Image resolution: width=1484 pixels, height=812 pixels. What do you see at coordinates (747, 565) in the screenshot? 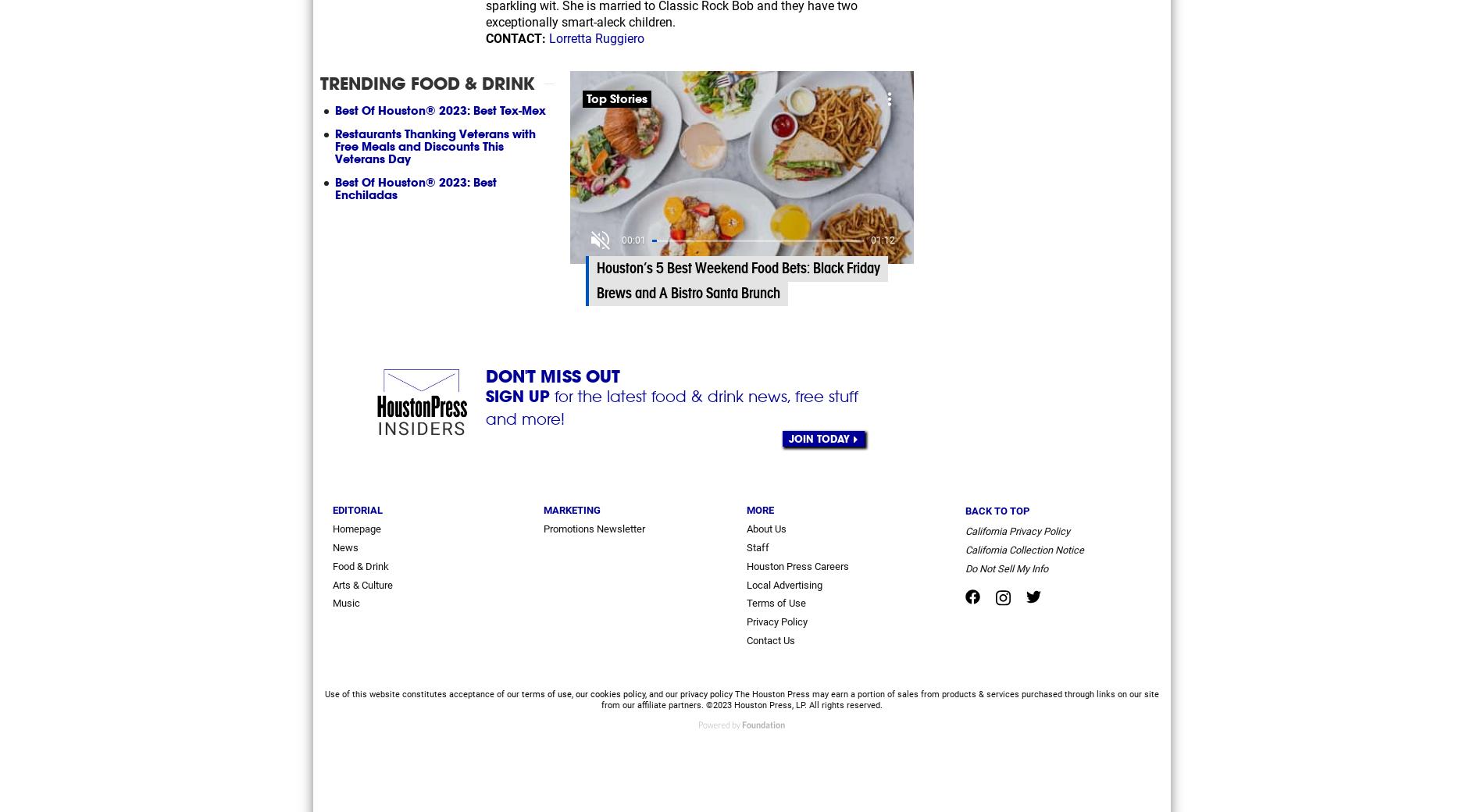
I see `'Houston Press Careers'` at bounding box center [747, 565].